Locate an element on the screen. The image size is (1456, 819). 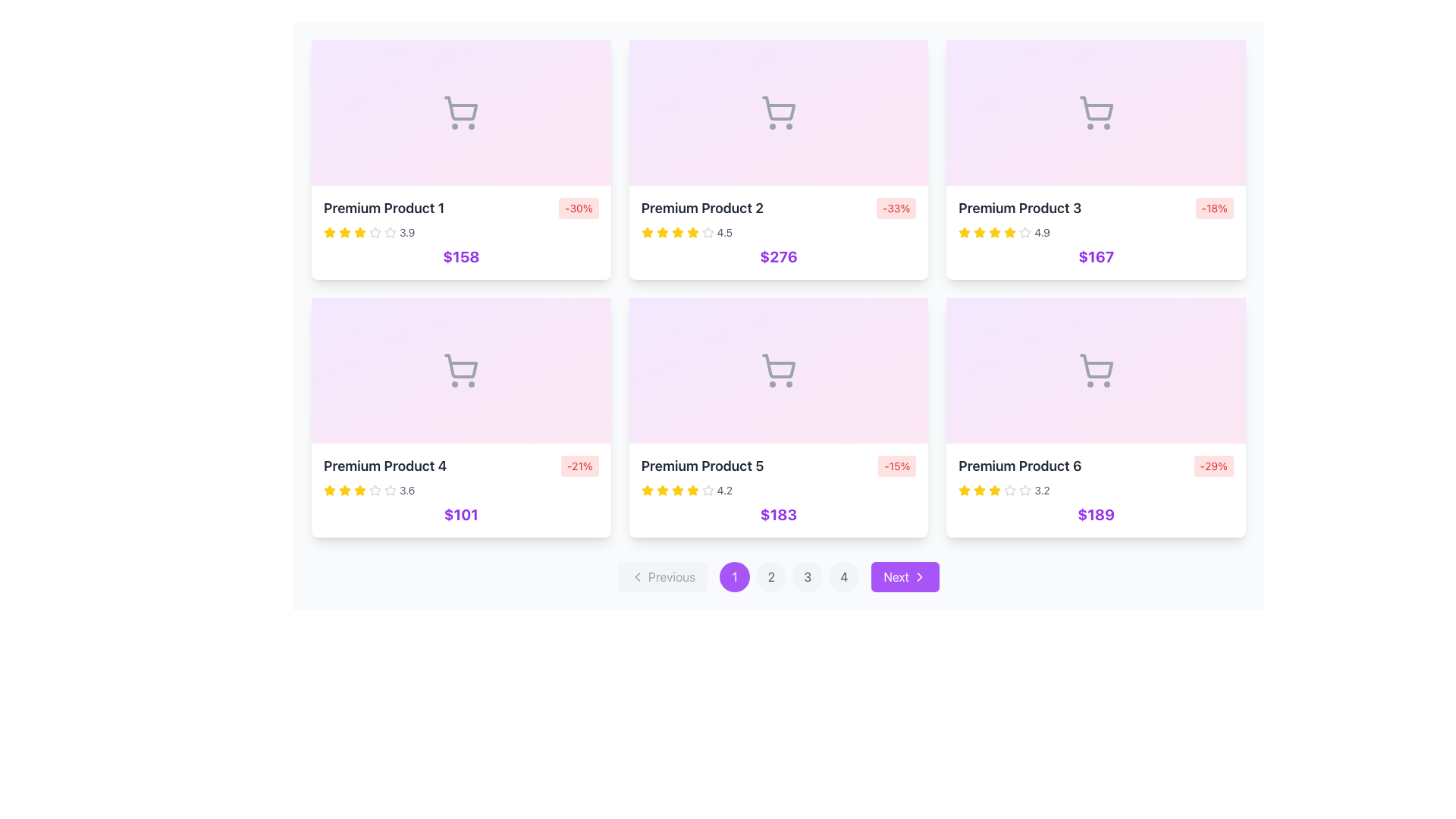
the first rating star icon for the product titled 'Premium Product 4' is located at coordinates (344, 490).